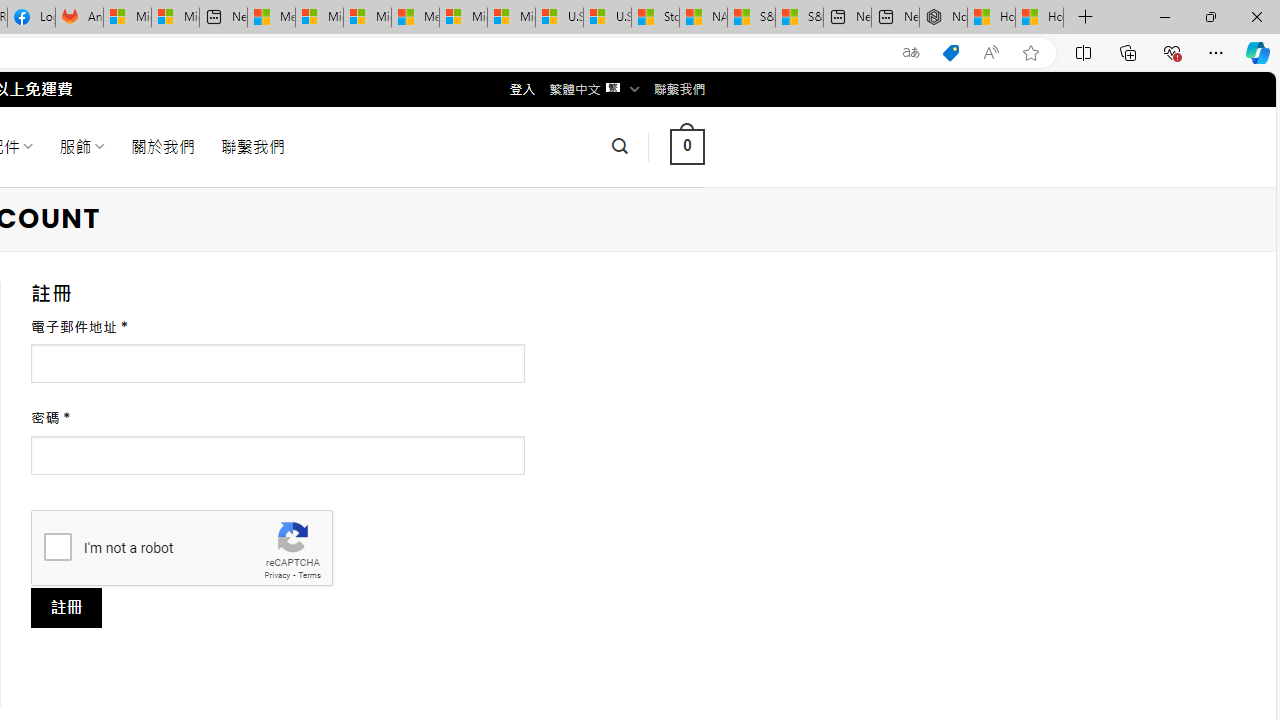 This screenshot has width=1280, height=720. Describe the element at coordinates (276, 575) in the screenshot. I see `'Privacy'` at that location.